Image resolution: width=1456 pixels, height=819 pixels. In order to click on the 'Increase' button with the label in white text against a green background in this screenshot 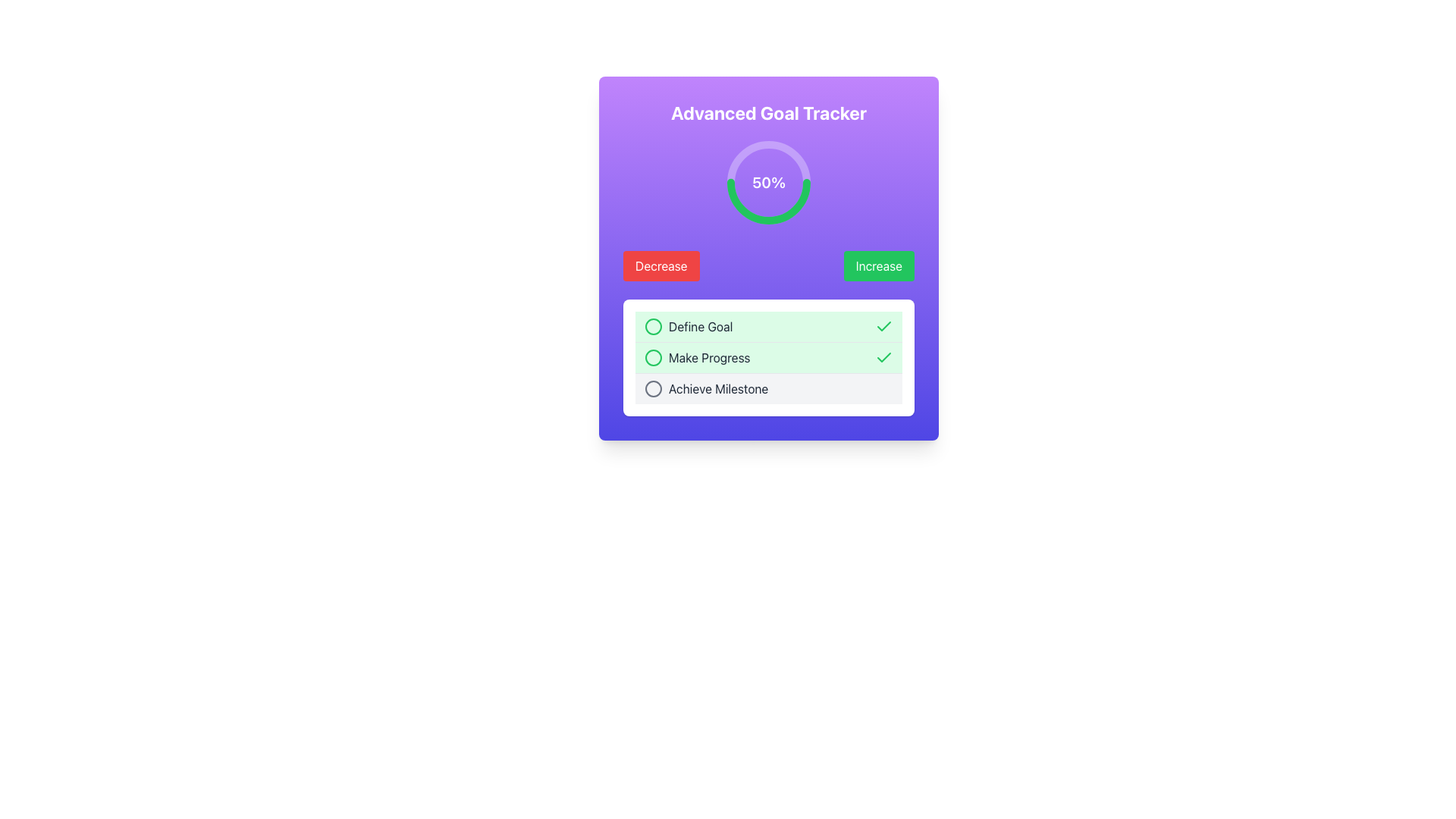, I will do `click(879, 265)`.